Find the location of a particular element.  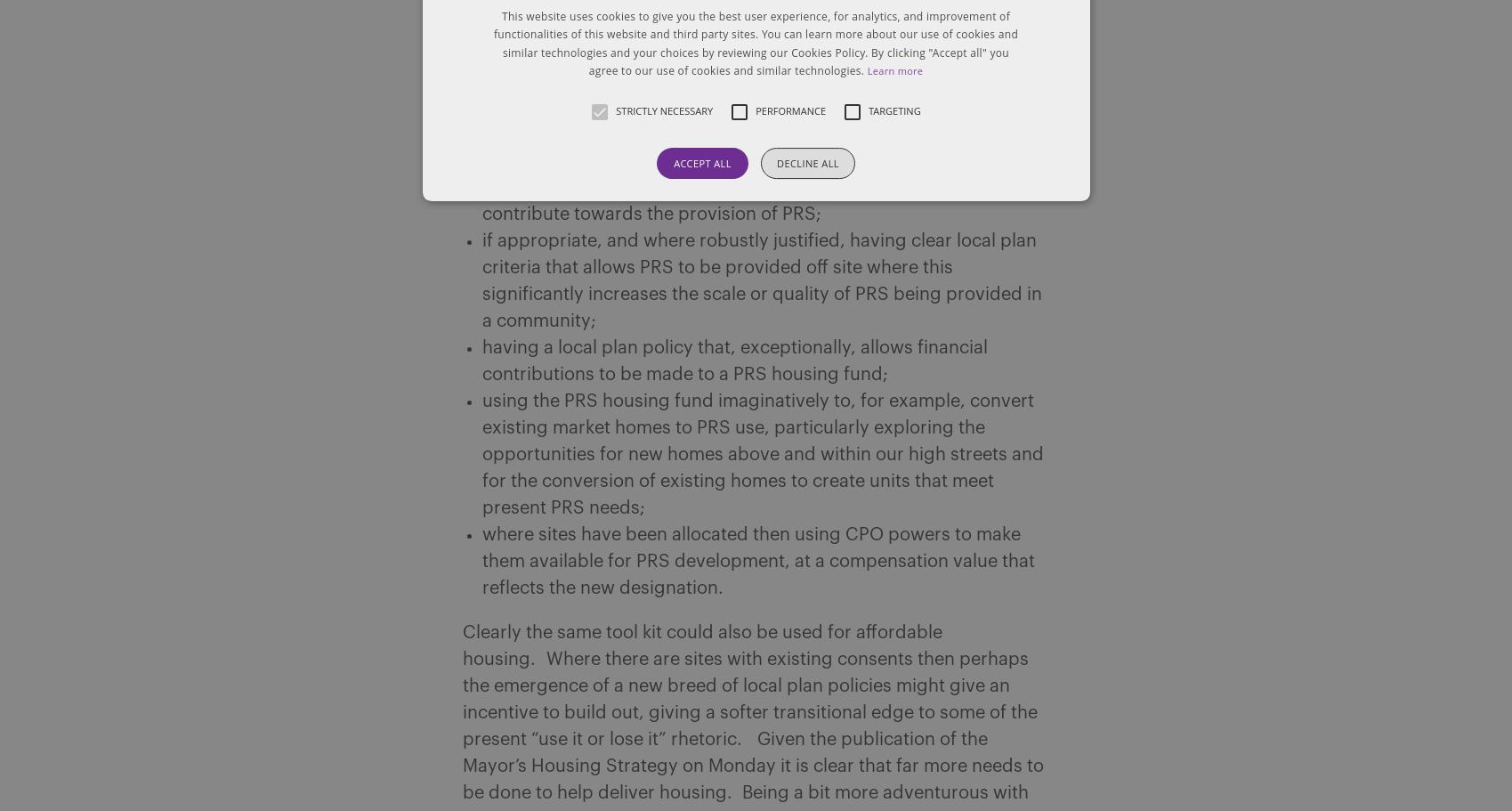

'since the need for new homes is intrinsically linked to economic development, requiring new employment development to contribute towards the provision of PRS;' is located at coordinates (480, 186).